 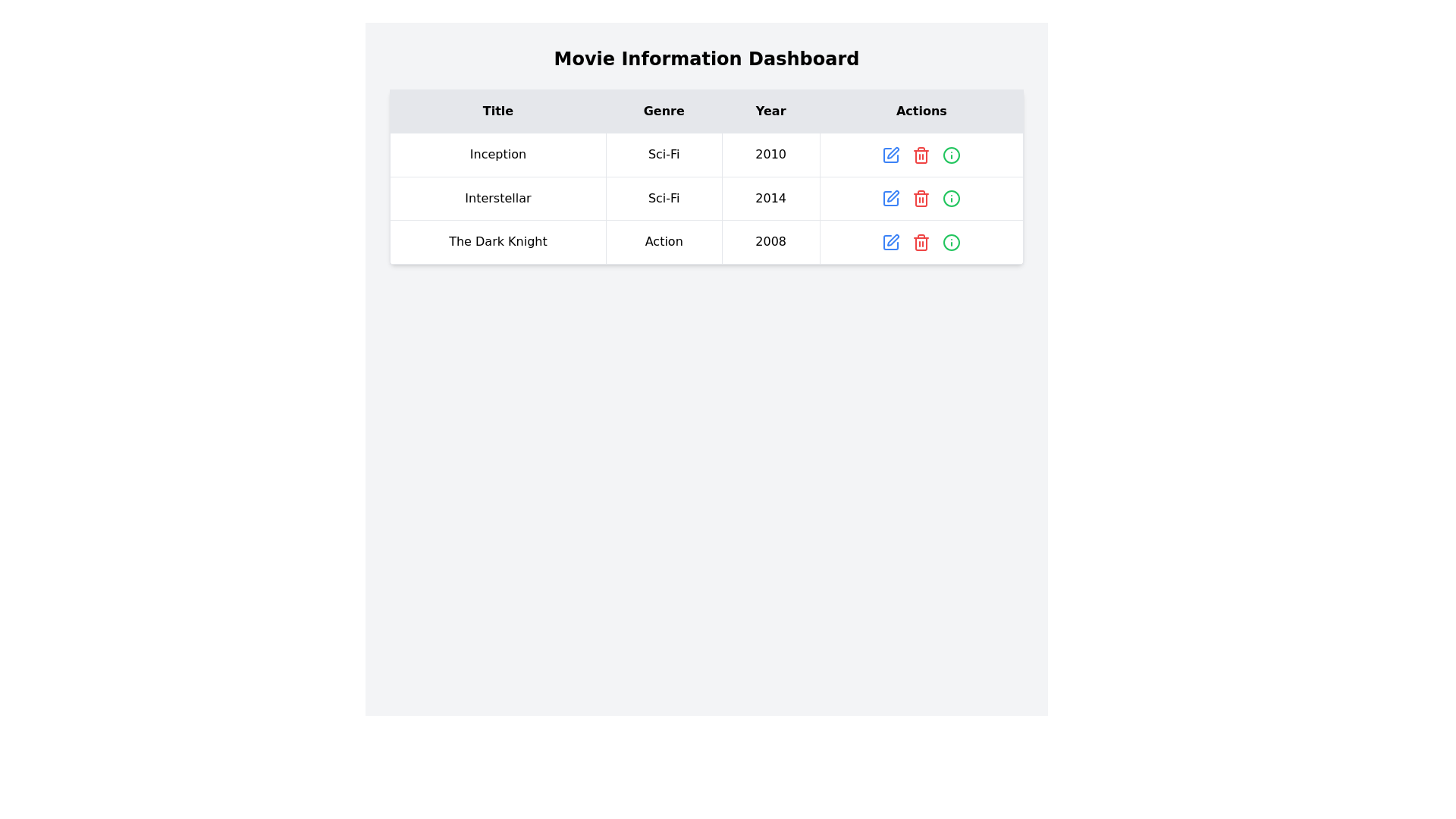 I want to click on the red trash icon button located in the rightmost column of the third row of actions in the table, so click(x=921, y=241).